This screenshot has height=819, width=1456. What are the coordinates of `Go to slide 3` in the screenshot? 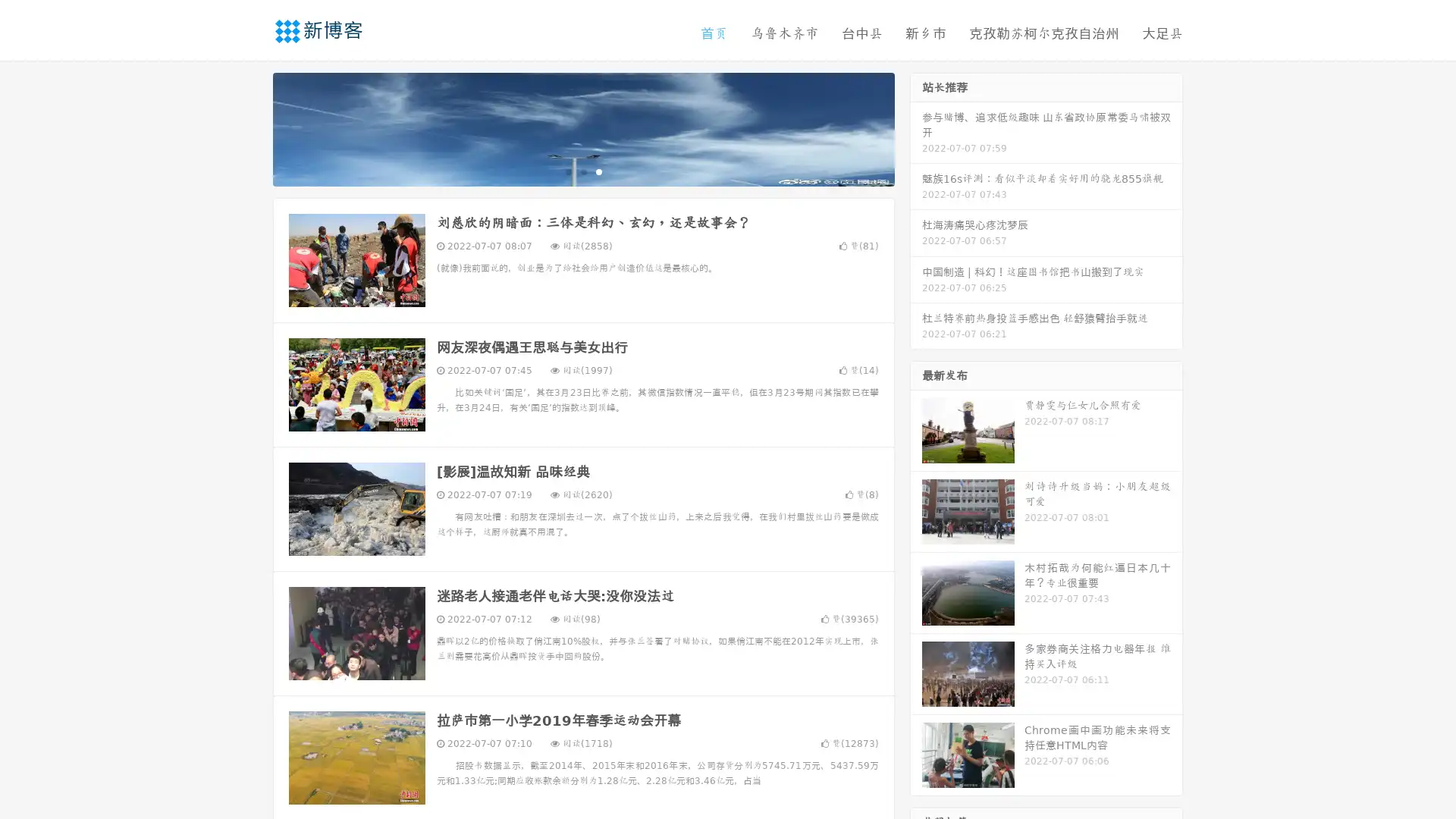 It's located at (598, 171).